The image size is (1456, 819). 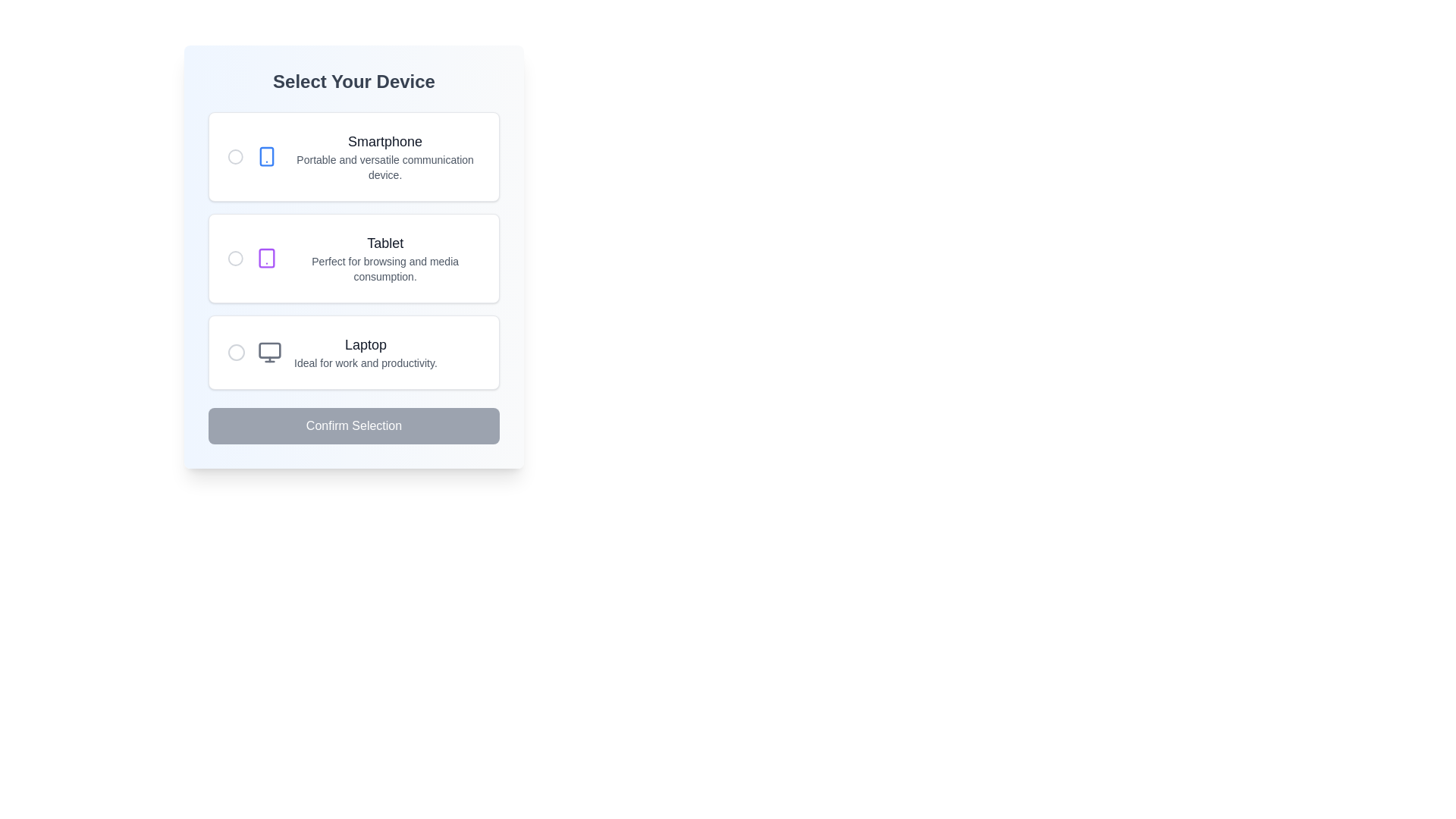 What do you see at coordinates (385, 268) in the screenshot?
I see `the Text label that provides additional descriptive information about the Tablet option in the selection list, located beneath the title 'Tablet'` at bounding box center [385, 268].